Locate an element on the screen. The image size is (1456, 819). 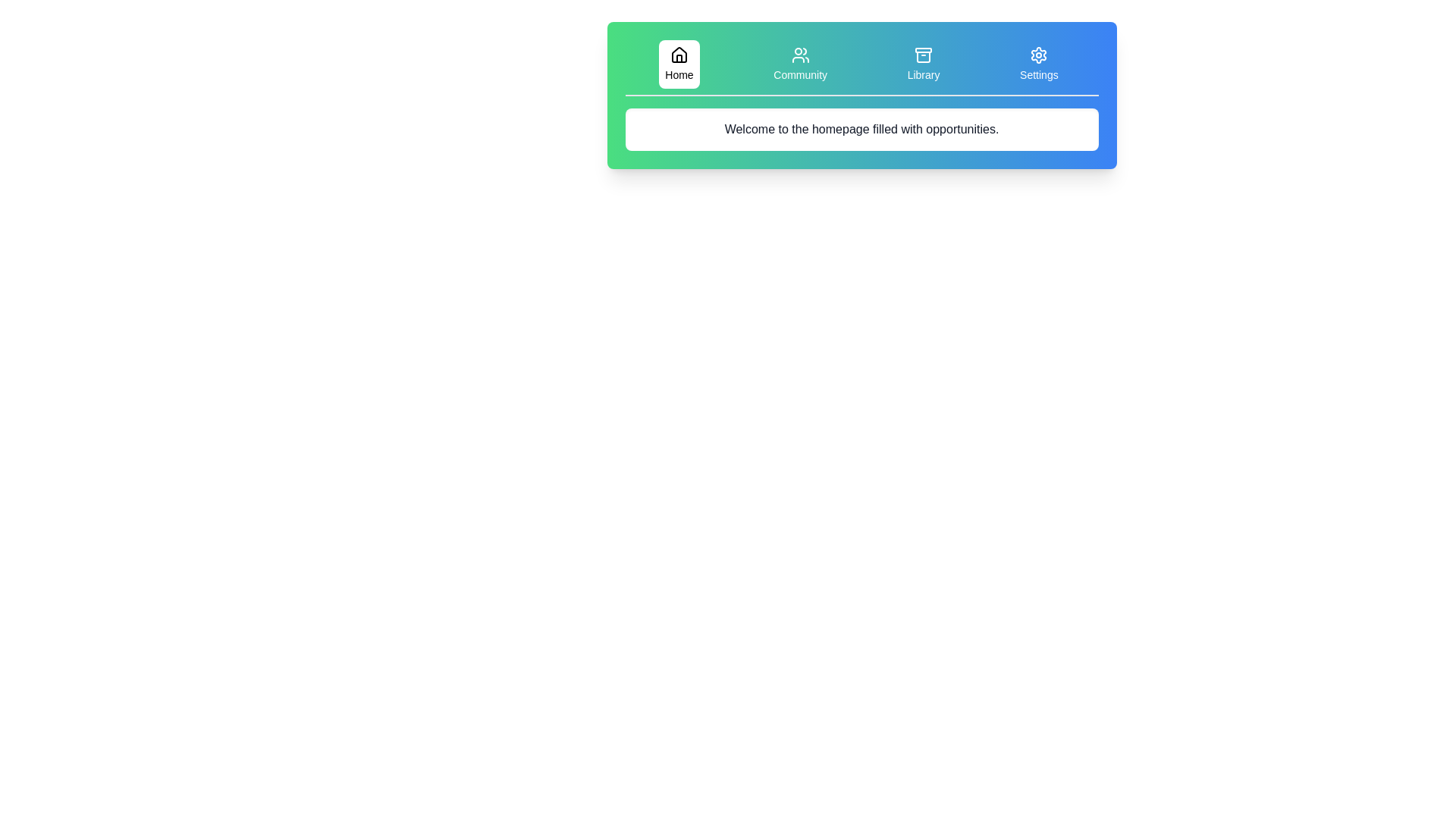
the tab labeled Library to observe its hover effect is located at coordinates (923, 63).